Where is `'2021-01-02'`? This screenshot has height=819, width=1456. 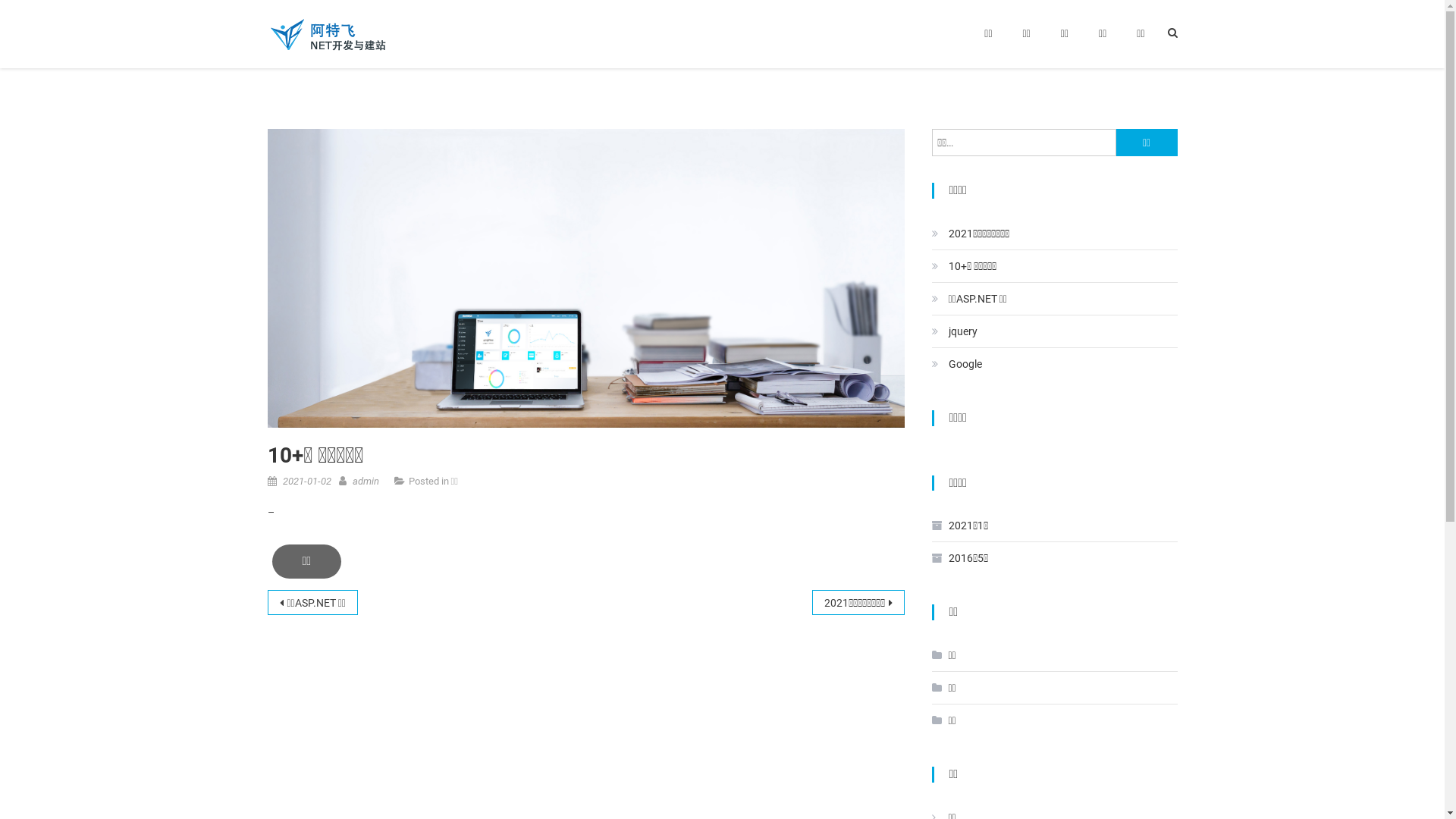 '2021-01-02' is located at coordinates (305, 481).